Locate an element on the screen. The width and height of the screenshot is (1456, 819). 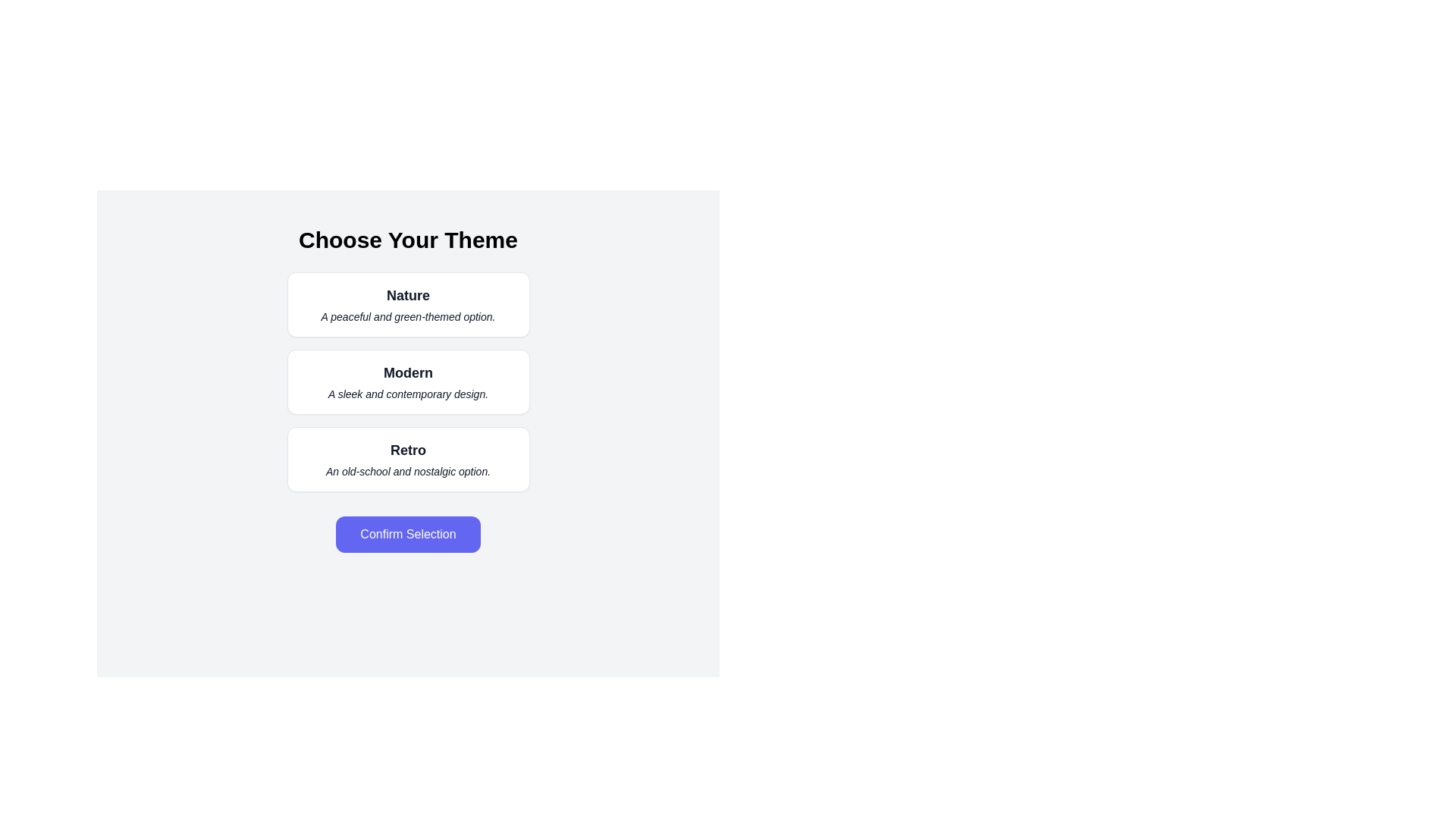
text content of the static text element that serves as the title for the 'Modern' theme option, located at the center of the second option card in the theme selection interface is located at coordinates (408, 373).